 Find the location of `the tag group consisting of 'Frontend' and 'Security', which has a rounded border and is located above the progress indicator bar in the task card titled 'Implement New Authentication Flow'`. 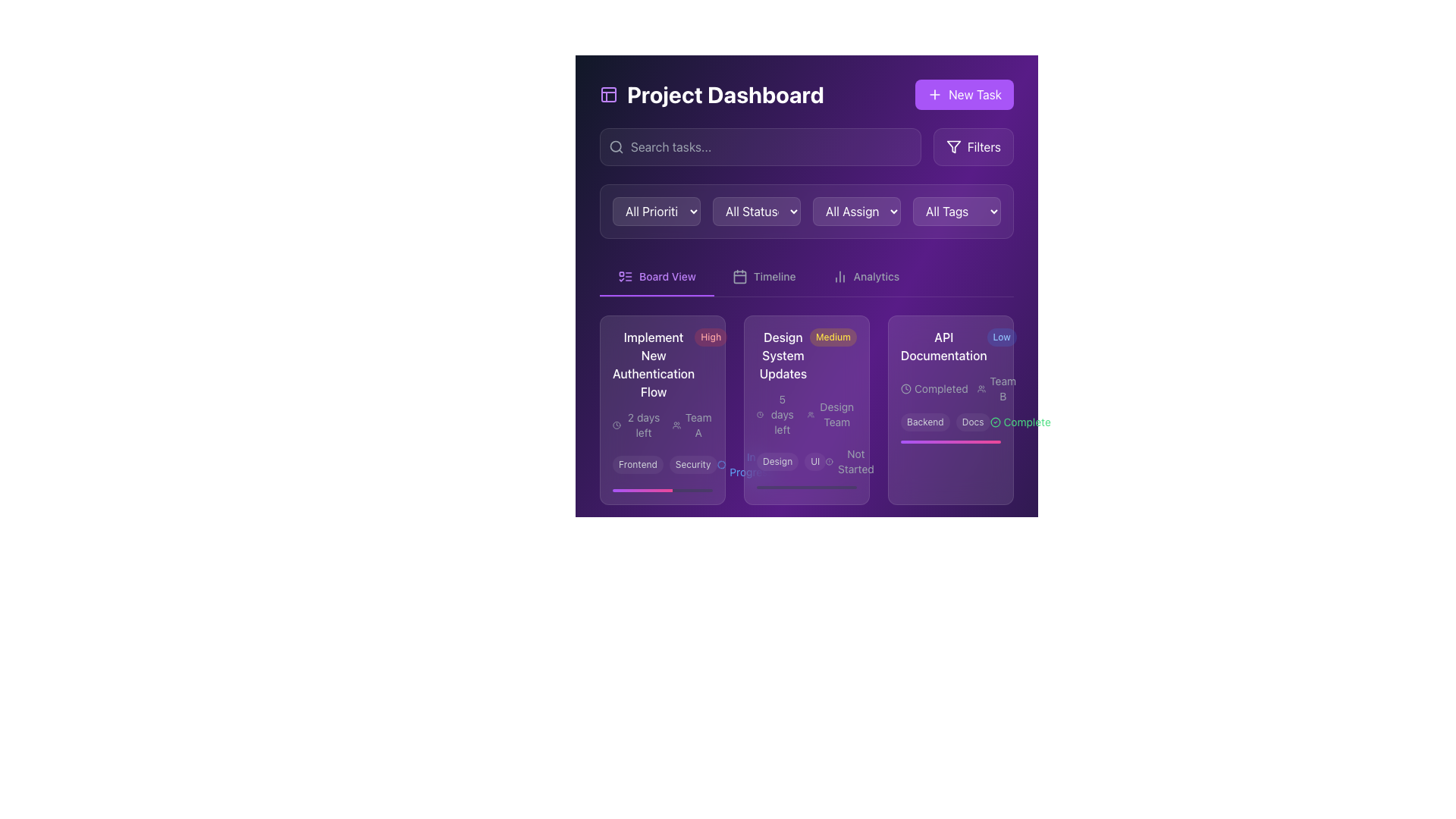

the tag group consisting of 'Frontend' and 'Security', which has a rounded border and is located above the progress indicator bar in the task card titled 'Implement New Authentication Flow' is located at coordinates (664, 464).